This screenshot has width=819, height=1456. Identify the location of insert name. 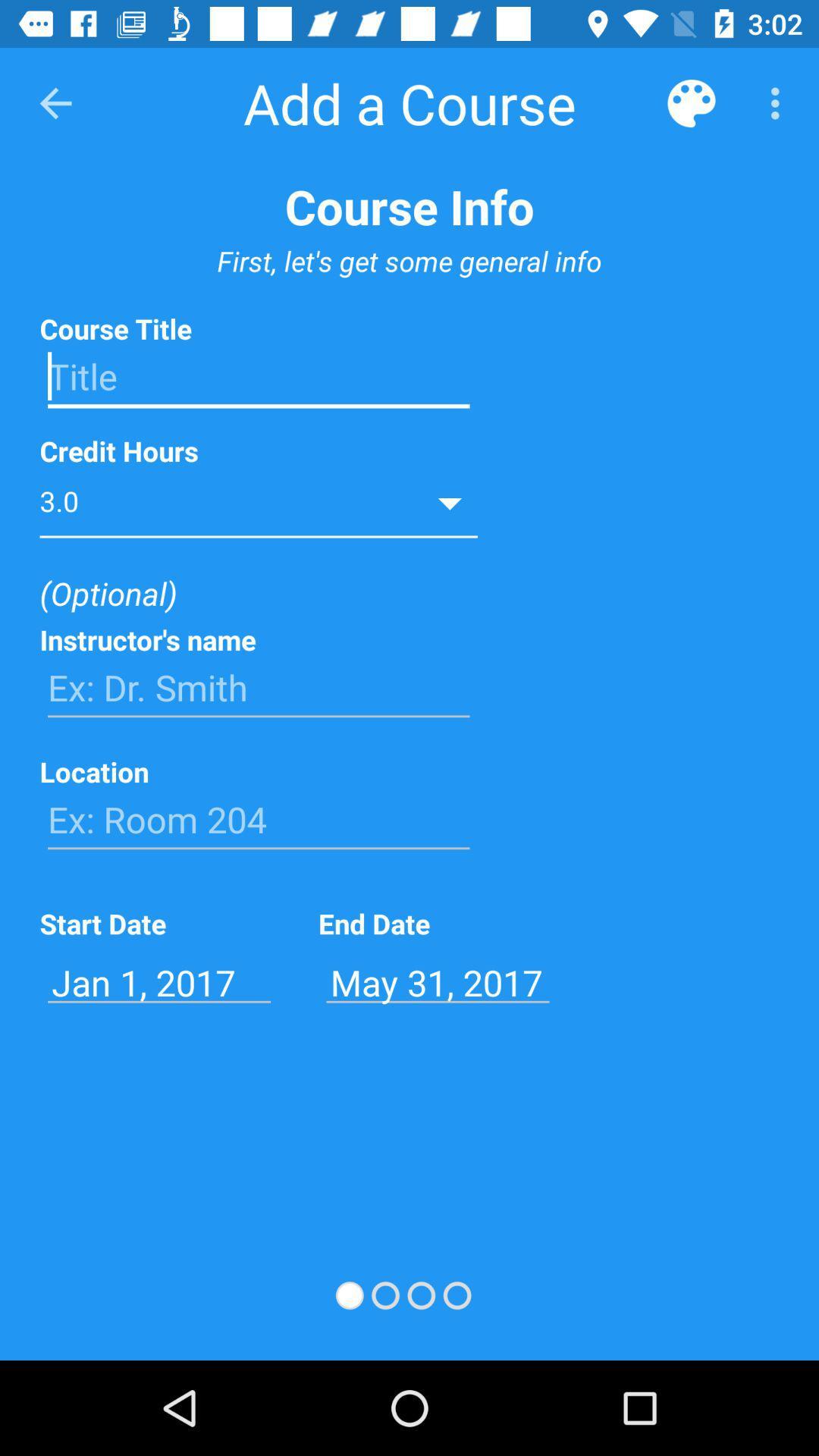
(258, 687).